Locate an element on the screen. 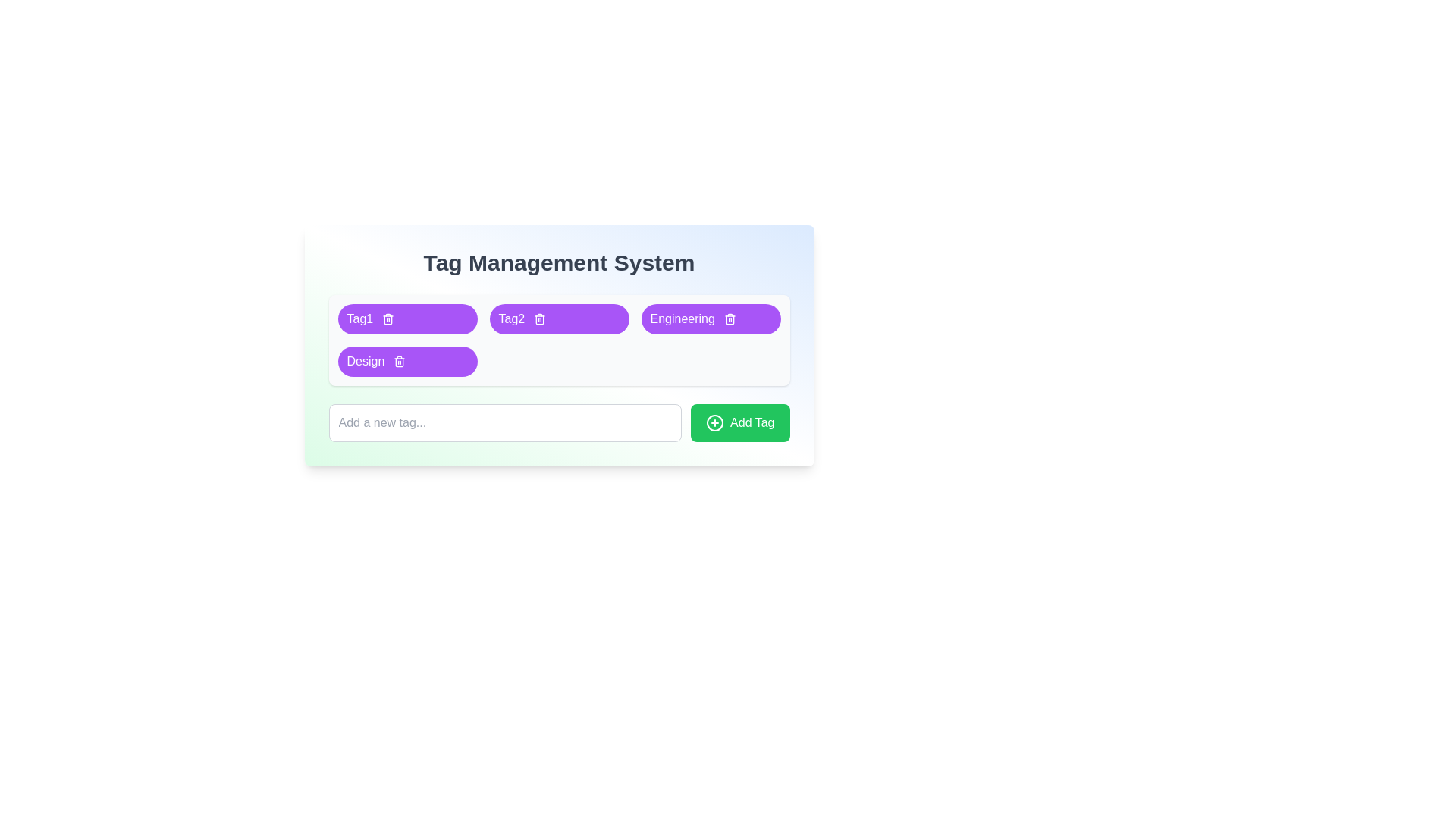 This screenshot has height=819, width=1456. the first tag label is located at coordinates (359, 318).